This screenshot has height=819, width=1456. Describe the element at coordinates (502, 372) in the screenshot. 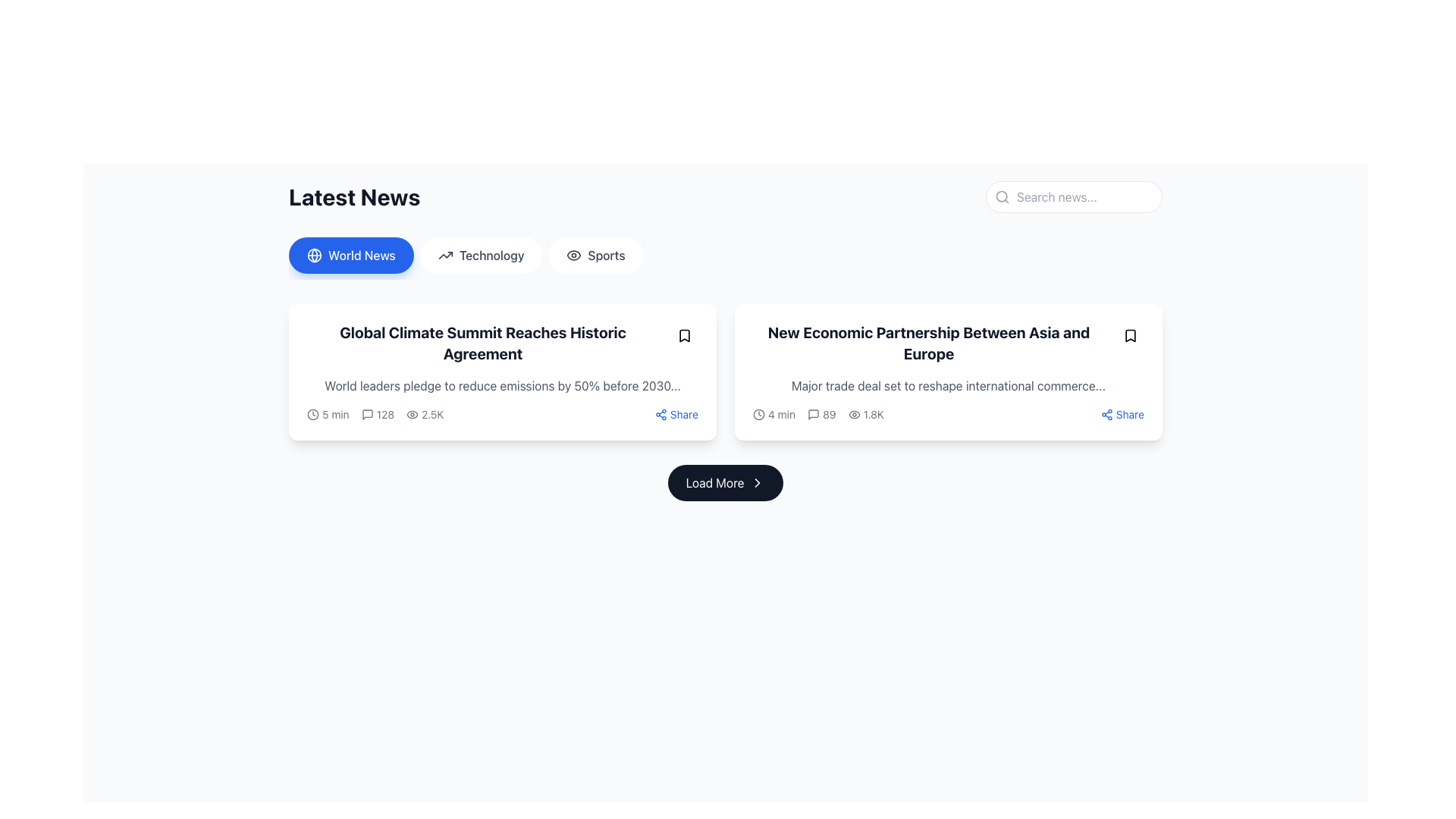

I see `the article preview card located at the top-left corner of the grid of articles` at that location.